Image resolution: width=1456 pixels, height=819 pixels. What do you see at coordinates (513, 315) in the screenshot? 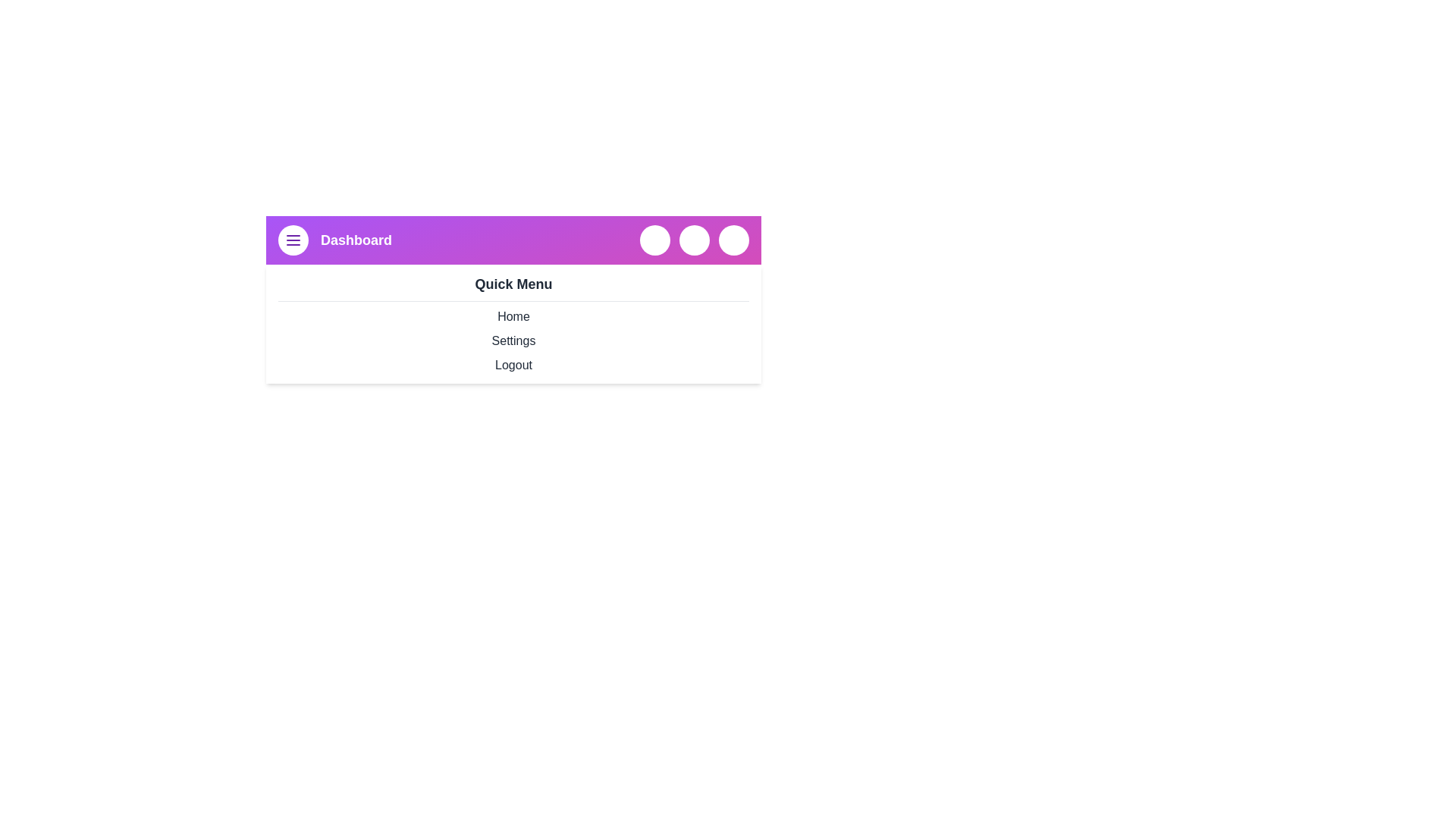
I see `the Home from the Quick Menu` at bounding box center [513, 315].